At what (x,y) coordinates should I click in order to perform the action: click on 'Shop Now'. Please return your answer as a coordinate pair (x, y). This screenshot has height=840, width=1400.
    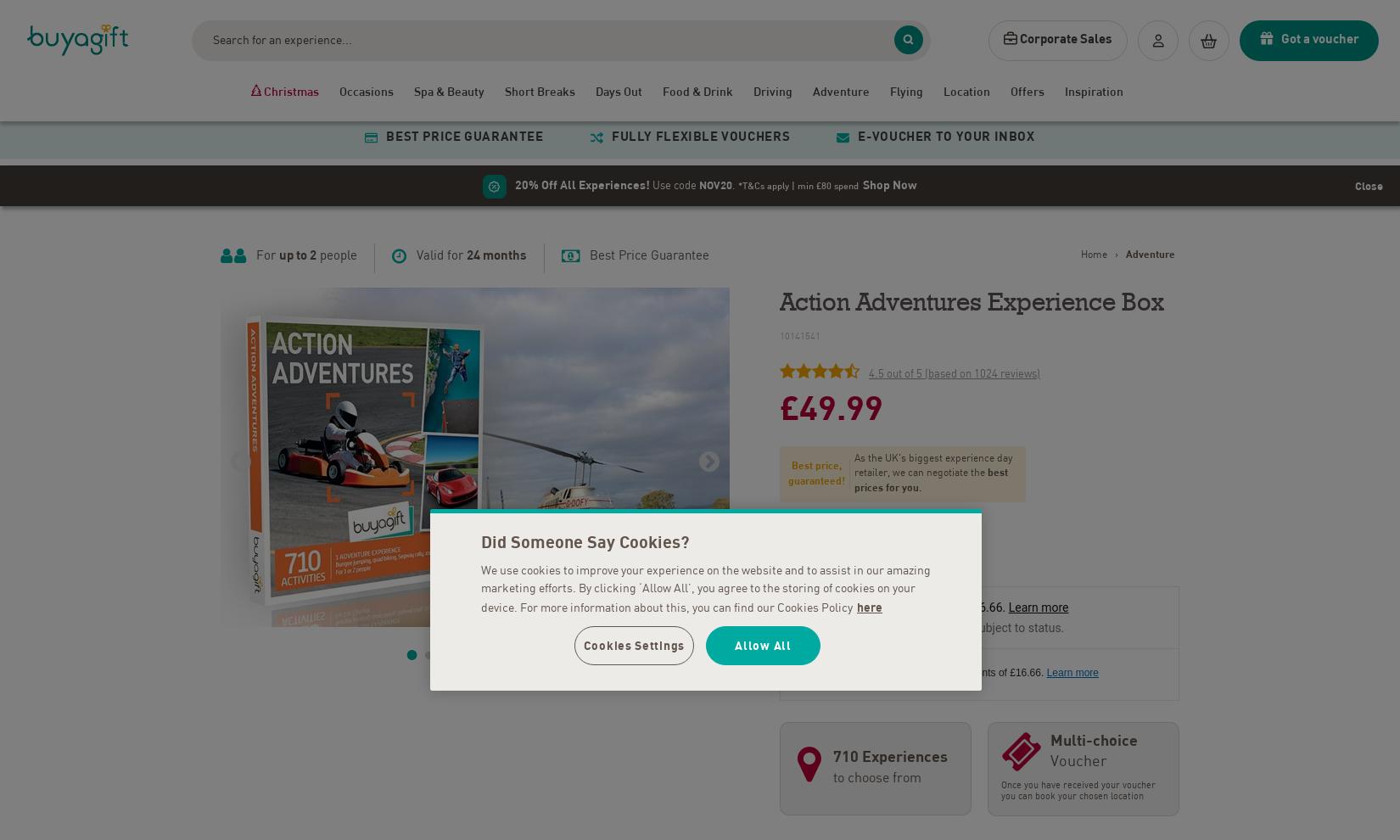
    Looking at the image, I should click on (863, 180).